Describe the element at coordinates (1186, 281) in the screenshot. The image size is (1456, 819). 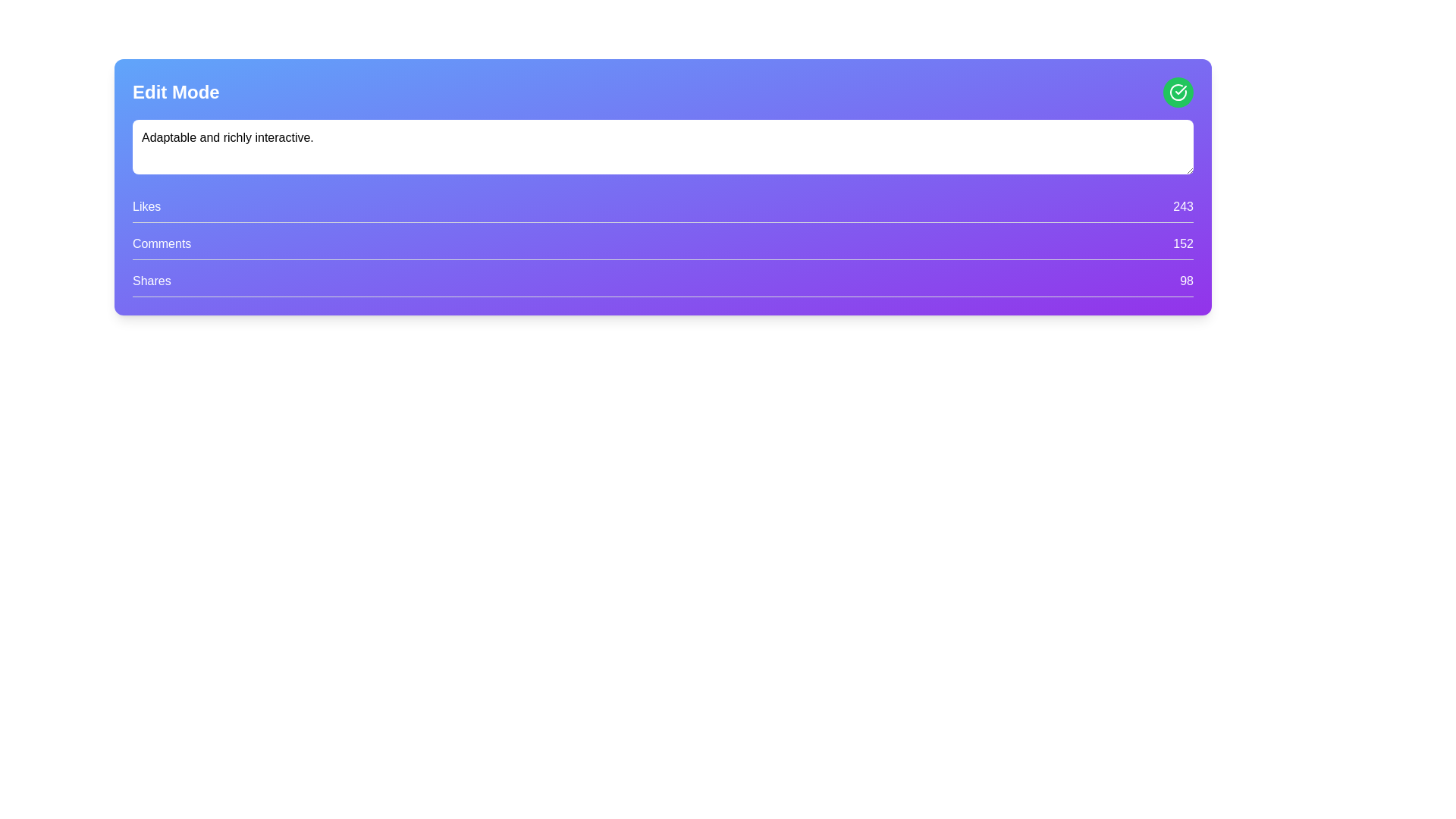
I see `the bolded numeric value '98' displayed in white text against a vibrant purple background, located next to the label 'Shares'` at that location.